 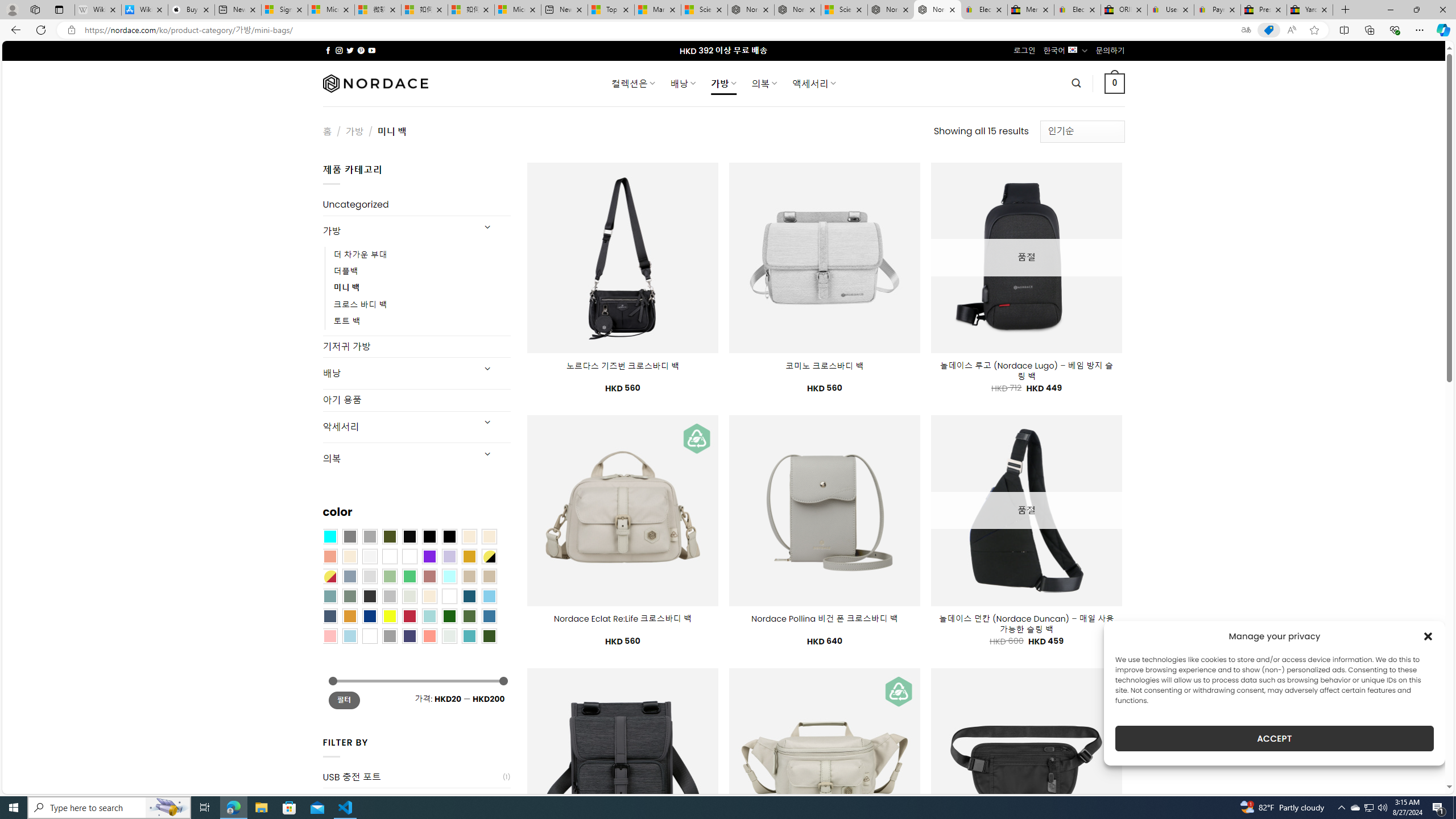 I want to click on 'Microsoft Services Agreement', so click(x=331, y=9).